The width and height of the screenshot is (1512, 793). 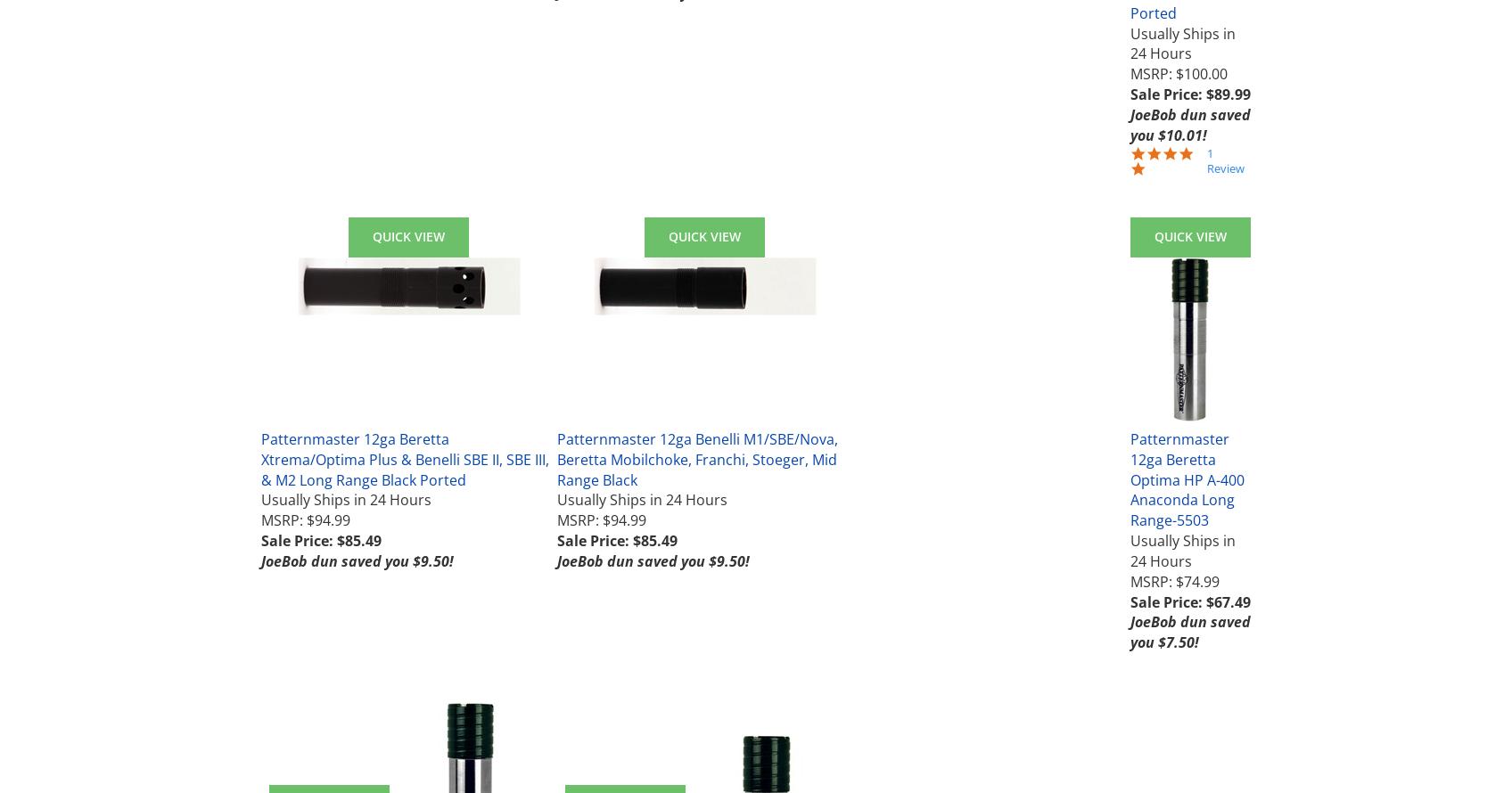 What do you see at coordinates (1129, 581) in the screenshot?
I see `'MSRP: $74.99'` at bounding box center [1129, 581].